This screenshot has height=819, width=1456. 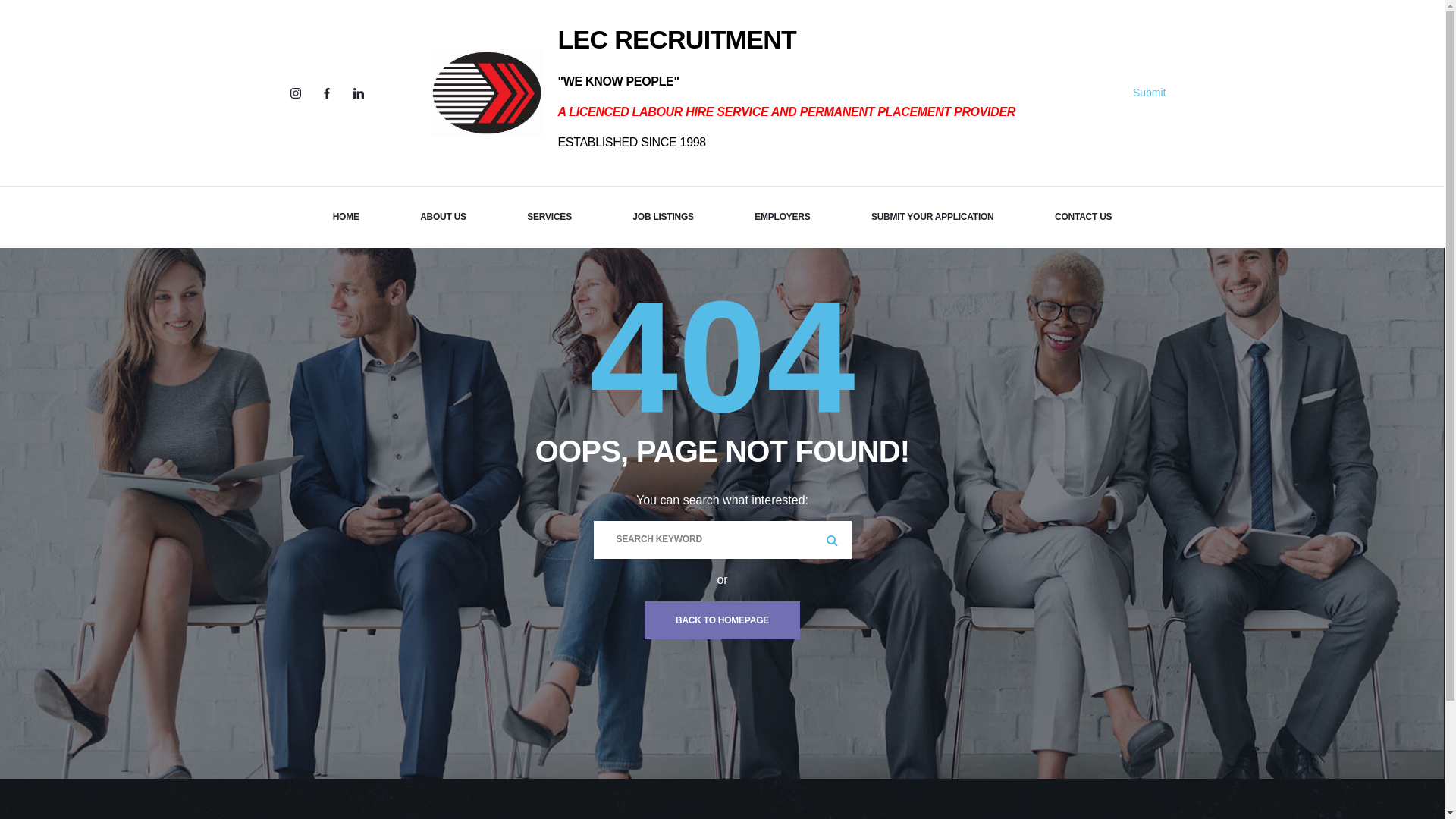 What do you see at coordinates (345, 216) in the screenshot?
I see `'HOME'` at bounding box center [345, 216].